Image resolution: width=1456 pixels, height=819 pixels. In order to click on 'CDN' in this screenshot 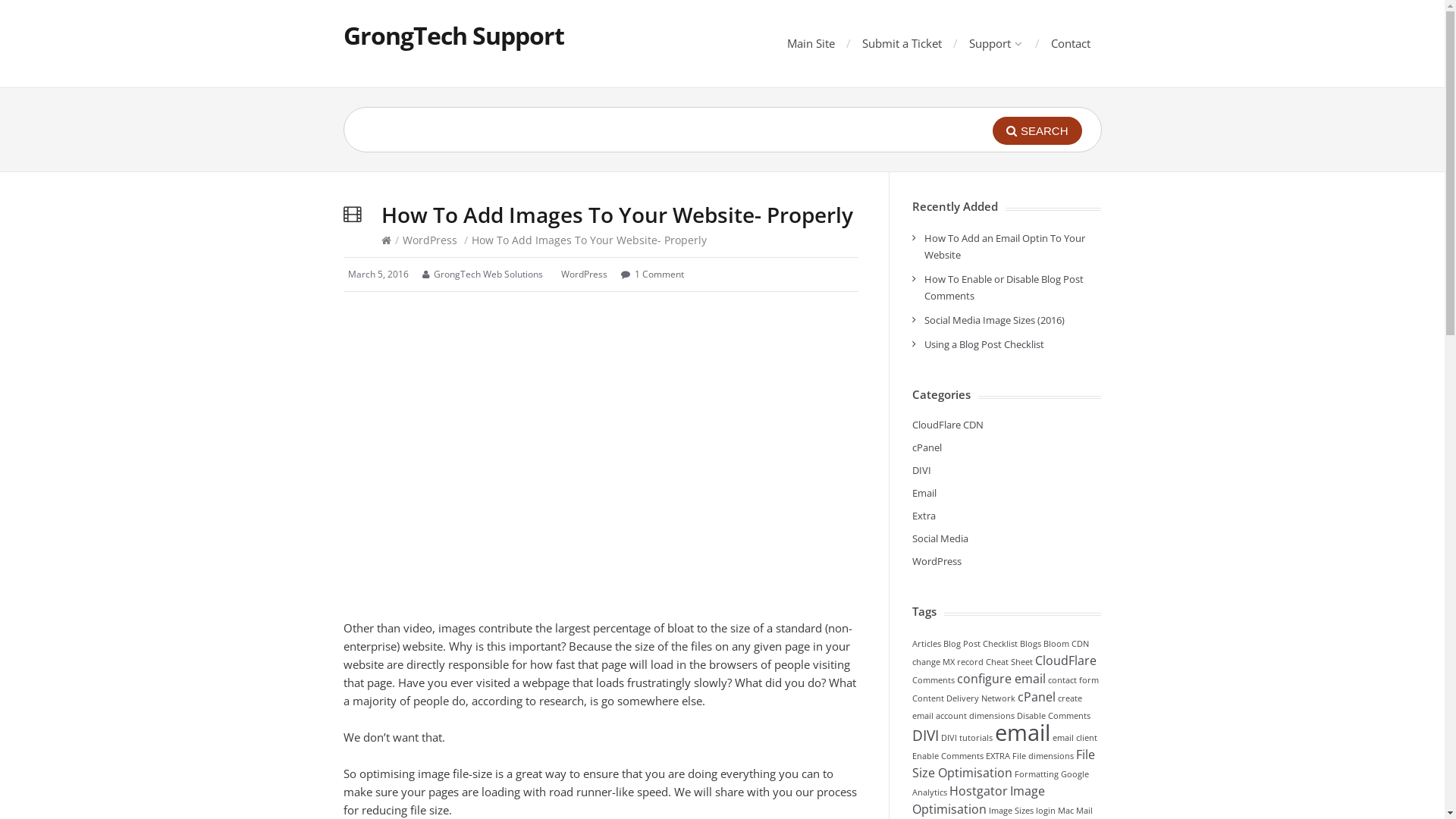, I will do `click(1069, 643)`.